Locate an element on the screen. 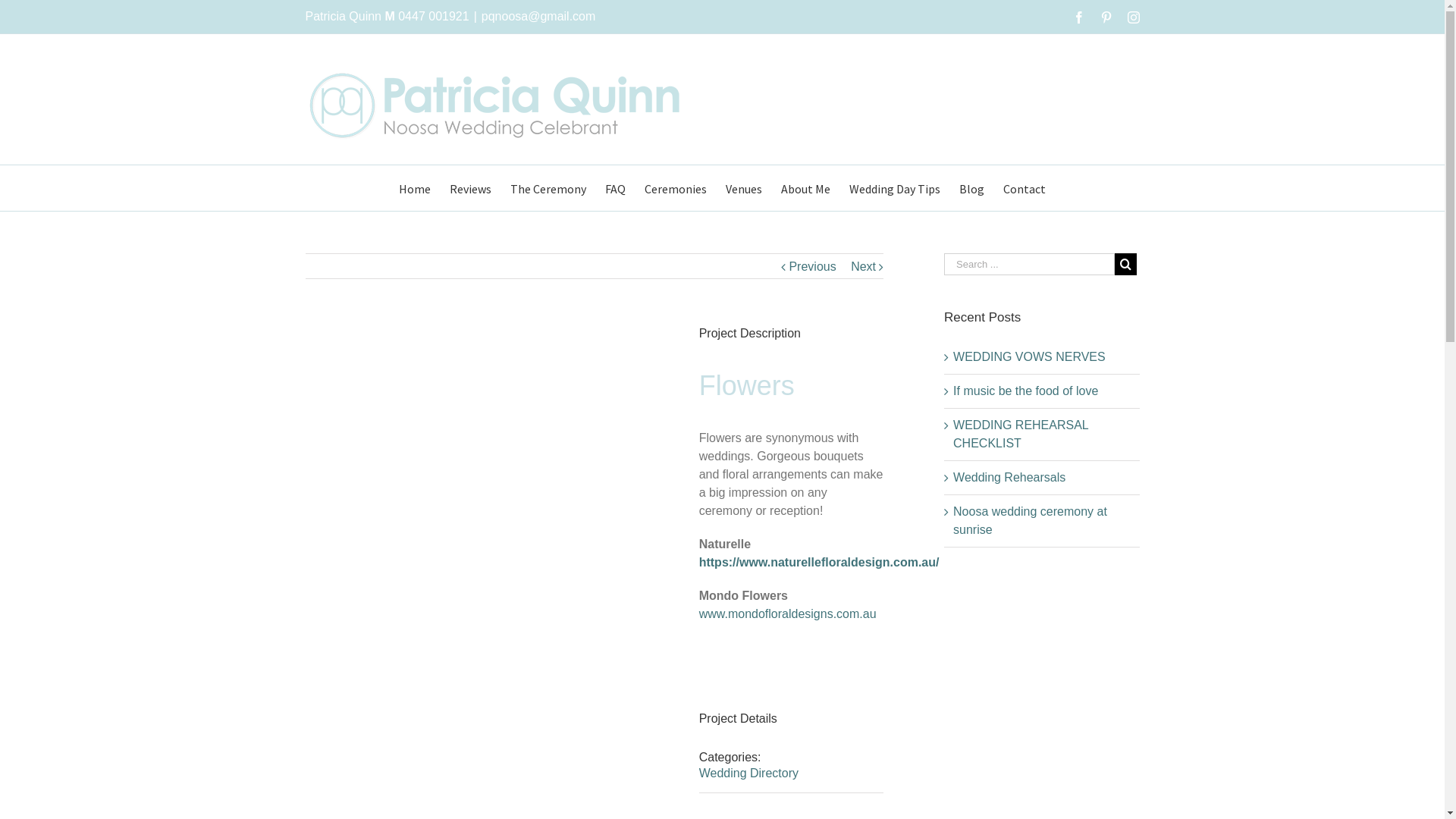  'Reviews' is located at coordinates (469, 187).